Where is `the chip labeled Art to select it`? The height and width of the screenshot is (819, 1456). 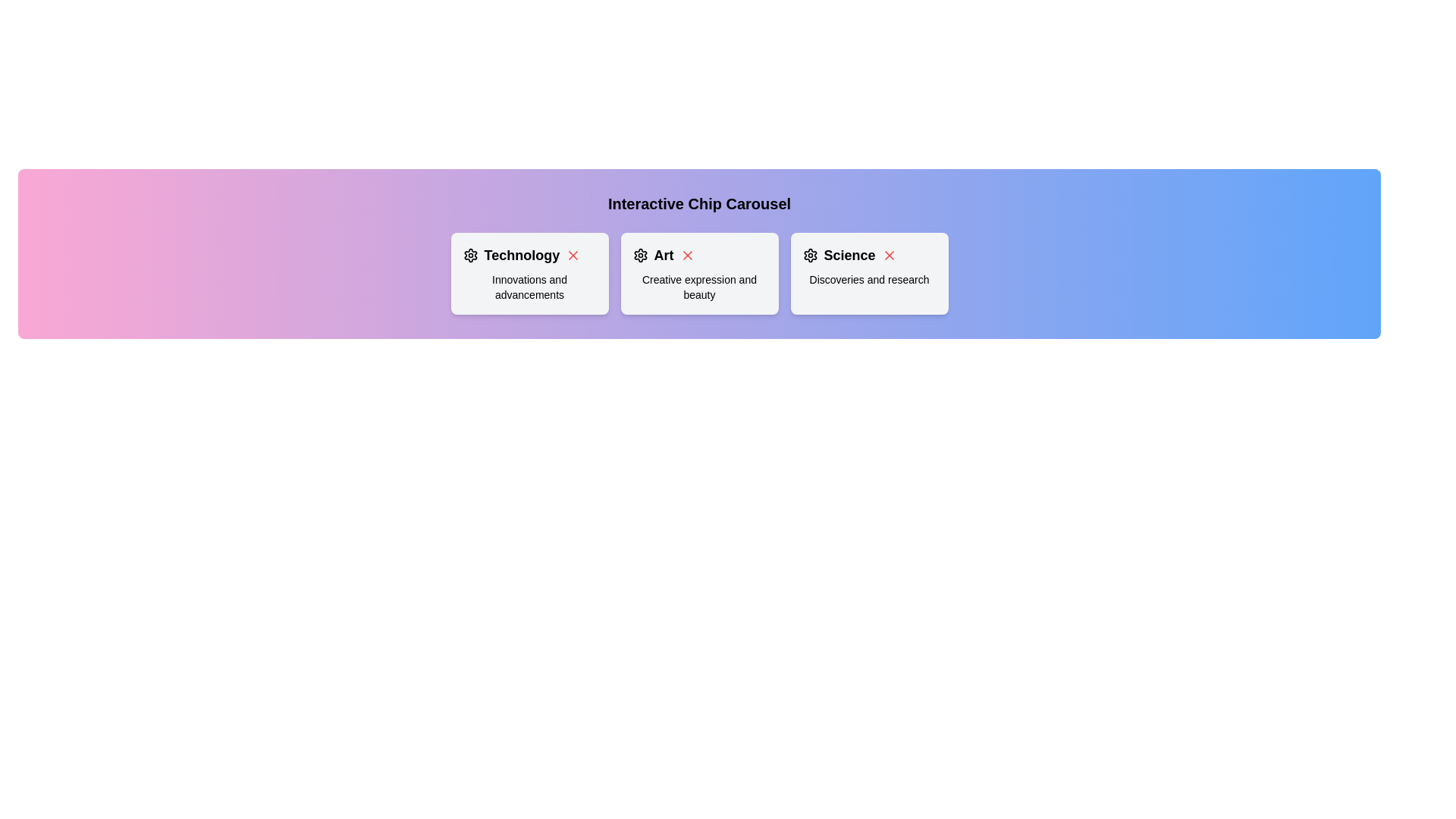
the chip labeled Art to select it is located at coordinates (698, 274).